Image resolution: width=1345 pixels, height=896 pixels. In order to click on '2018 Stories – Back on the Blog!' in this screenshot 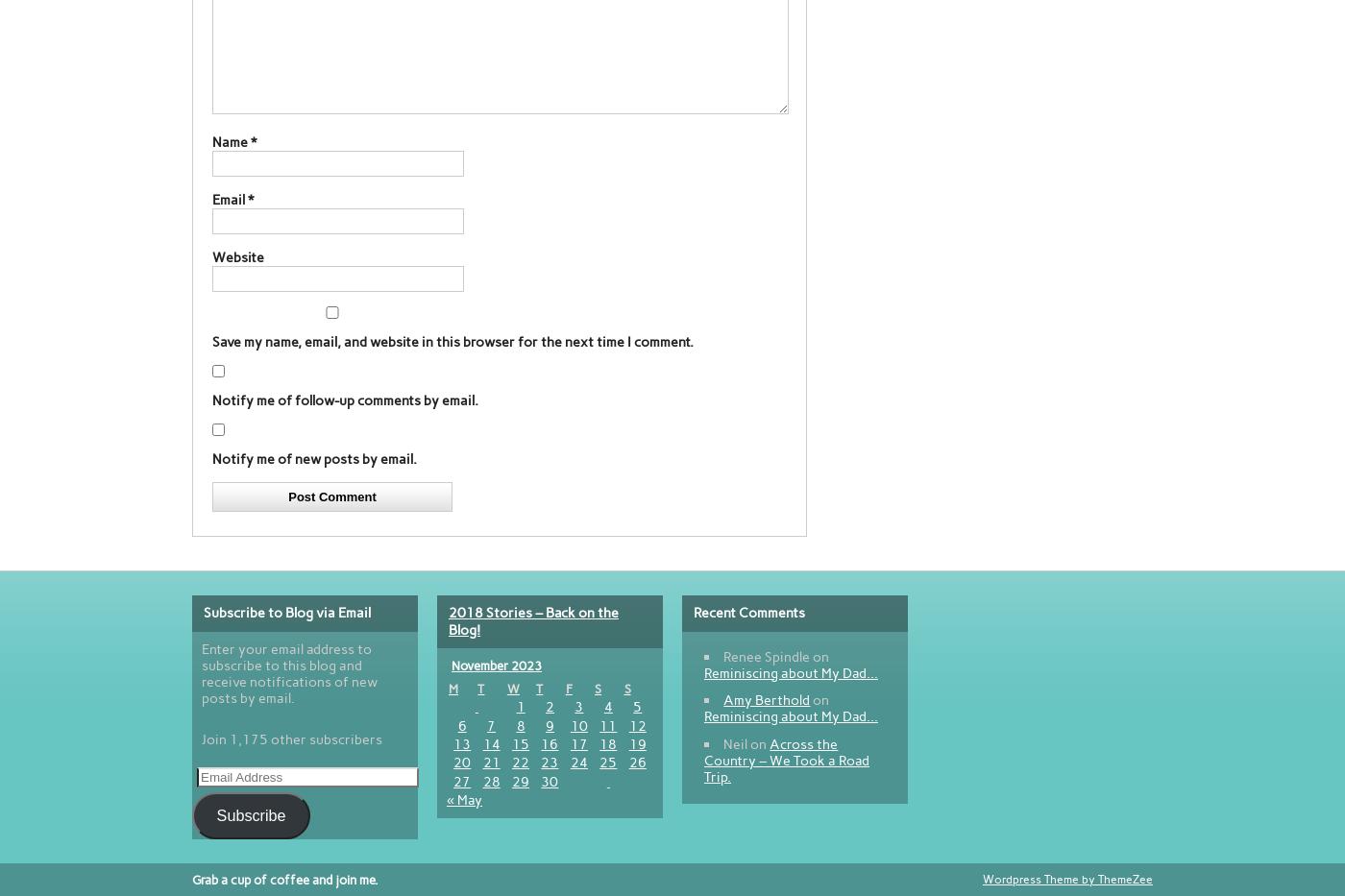, I will do `click(533, 619)`.